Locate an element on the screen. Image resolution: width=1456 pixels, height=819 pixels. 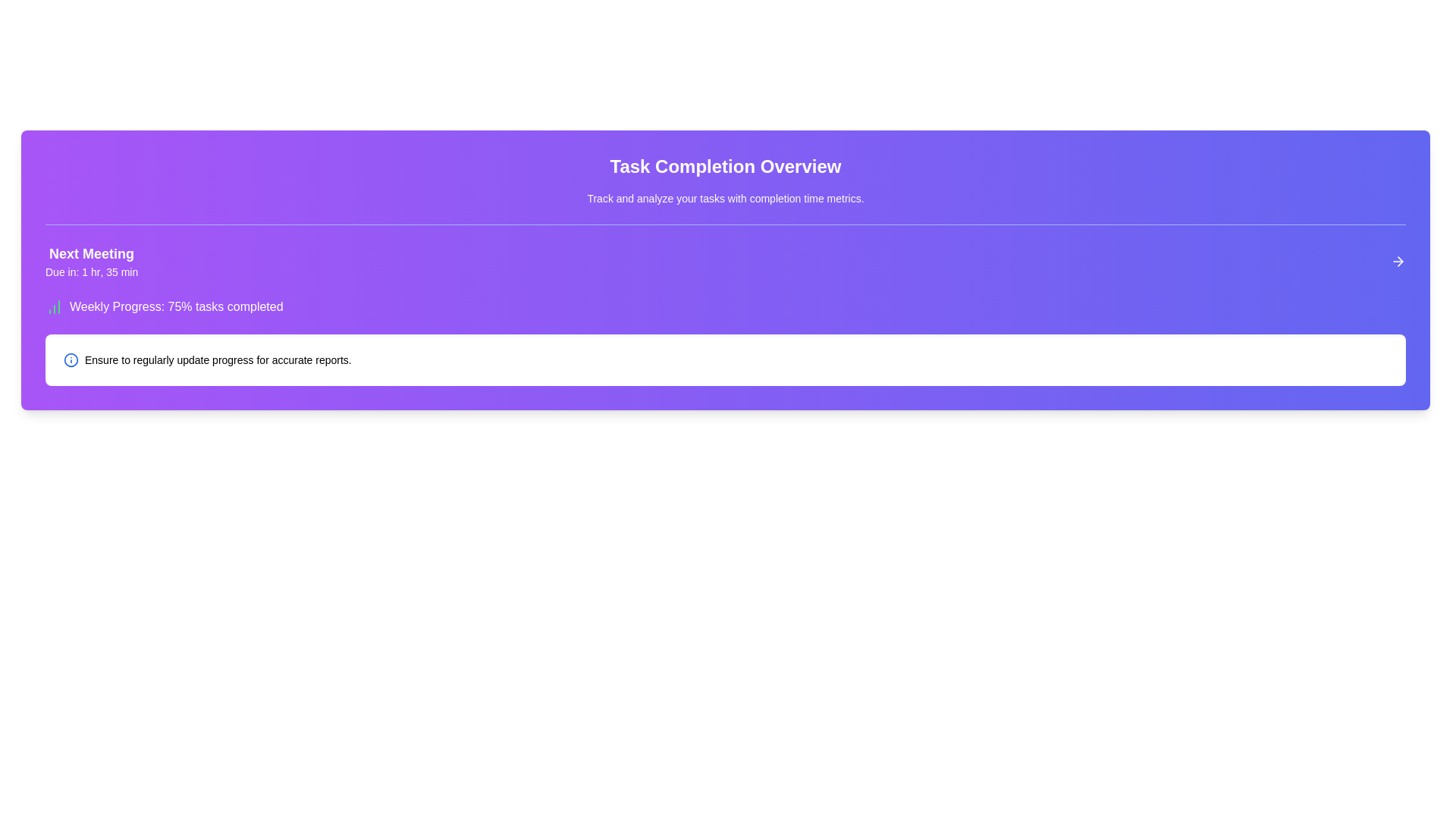
the circular information icon with a blue stroke and white fill, featuring an encircled letter 'i', positioned to the left of the text 'Ensure to regularly update progress for accurate reports.' is located at coordinates (71, 359).